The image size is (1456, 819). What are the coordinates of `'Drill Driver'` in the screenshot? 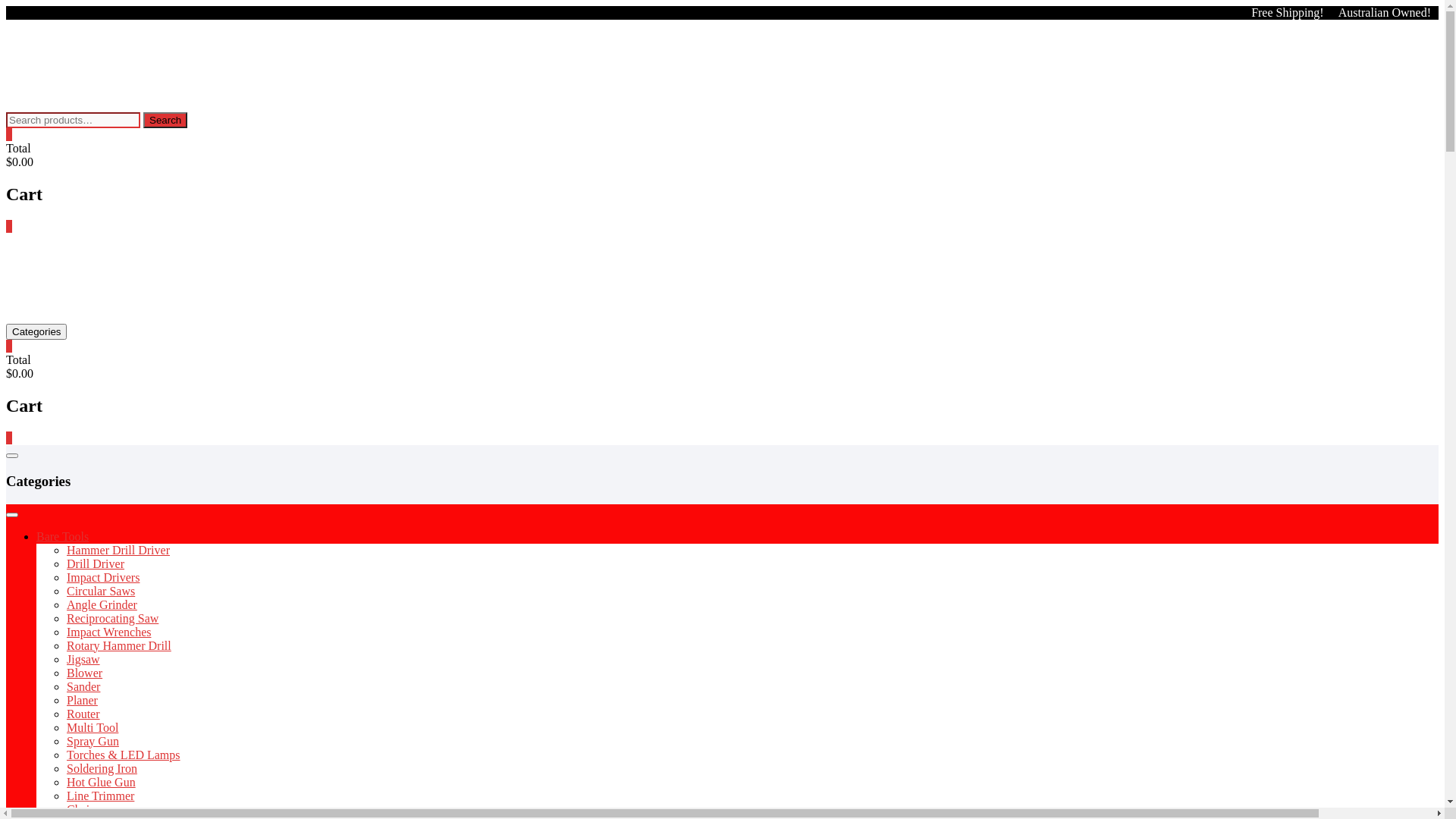 It's located at (65, 563).